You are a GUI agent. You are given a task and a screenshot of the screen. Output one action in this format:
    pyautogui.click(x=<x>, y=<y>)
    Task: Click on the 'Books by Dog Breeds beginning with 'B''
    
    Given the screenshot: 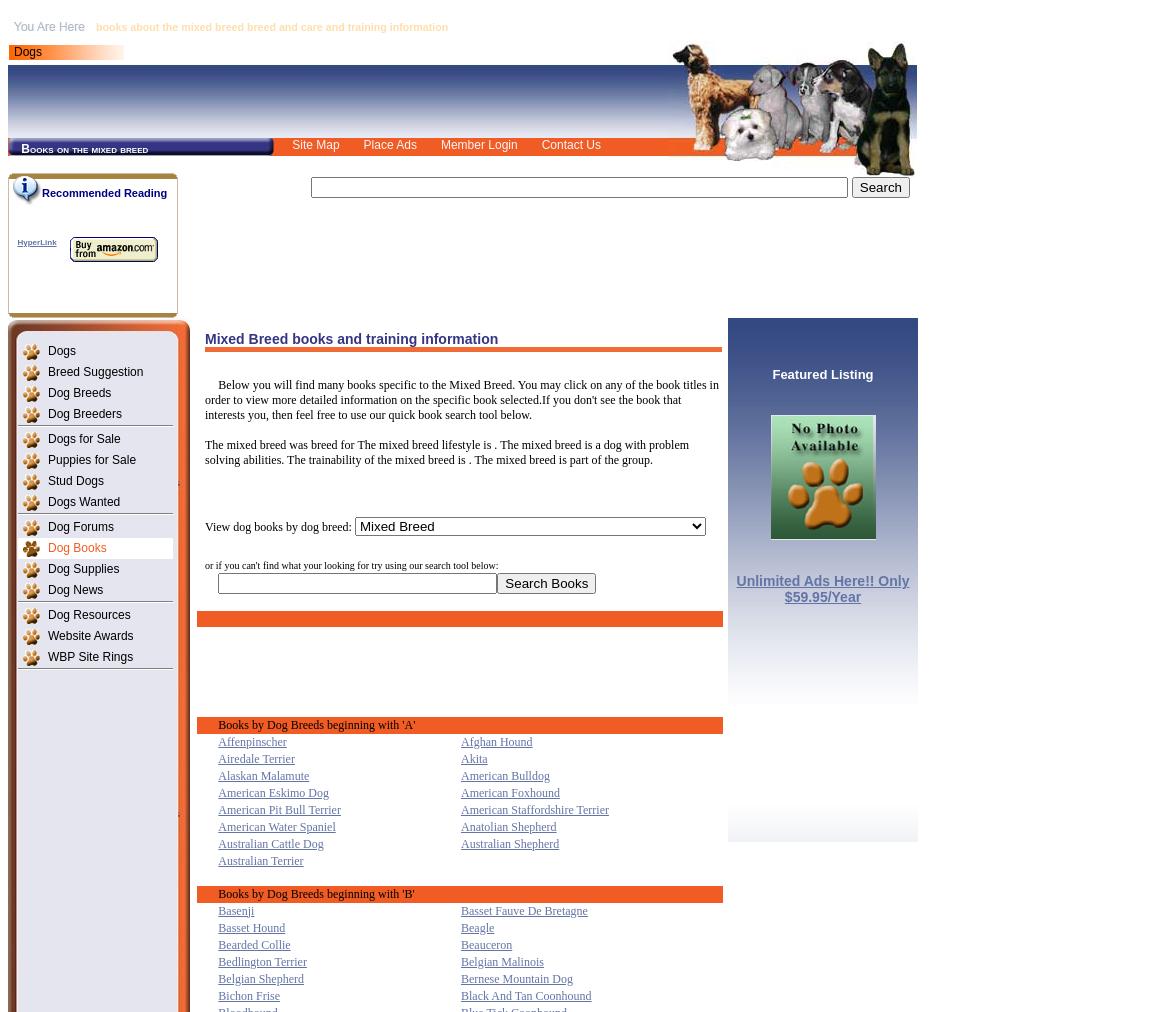 What is the action you would take?
    pyautogui.click(x=316, y=892)
    